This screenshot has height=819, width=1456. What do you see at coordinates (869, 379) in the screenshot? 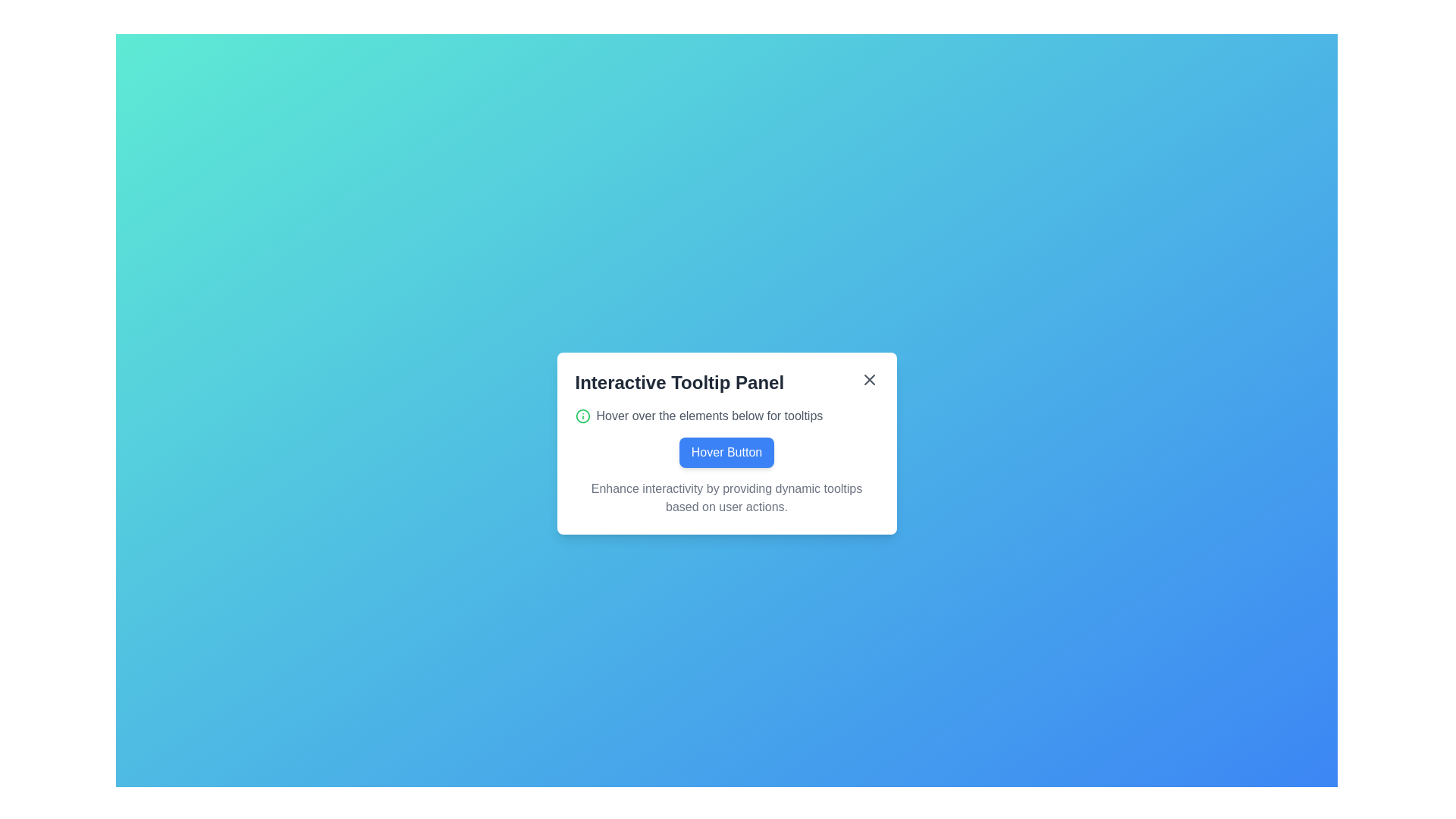
I see `the close button located in the top-right corner of the tooltip panel` at bounding box center [869, 379].